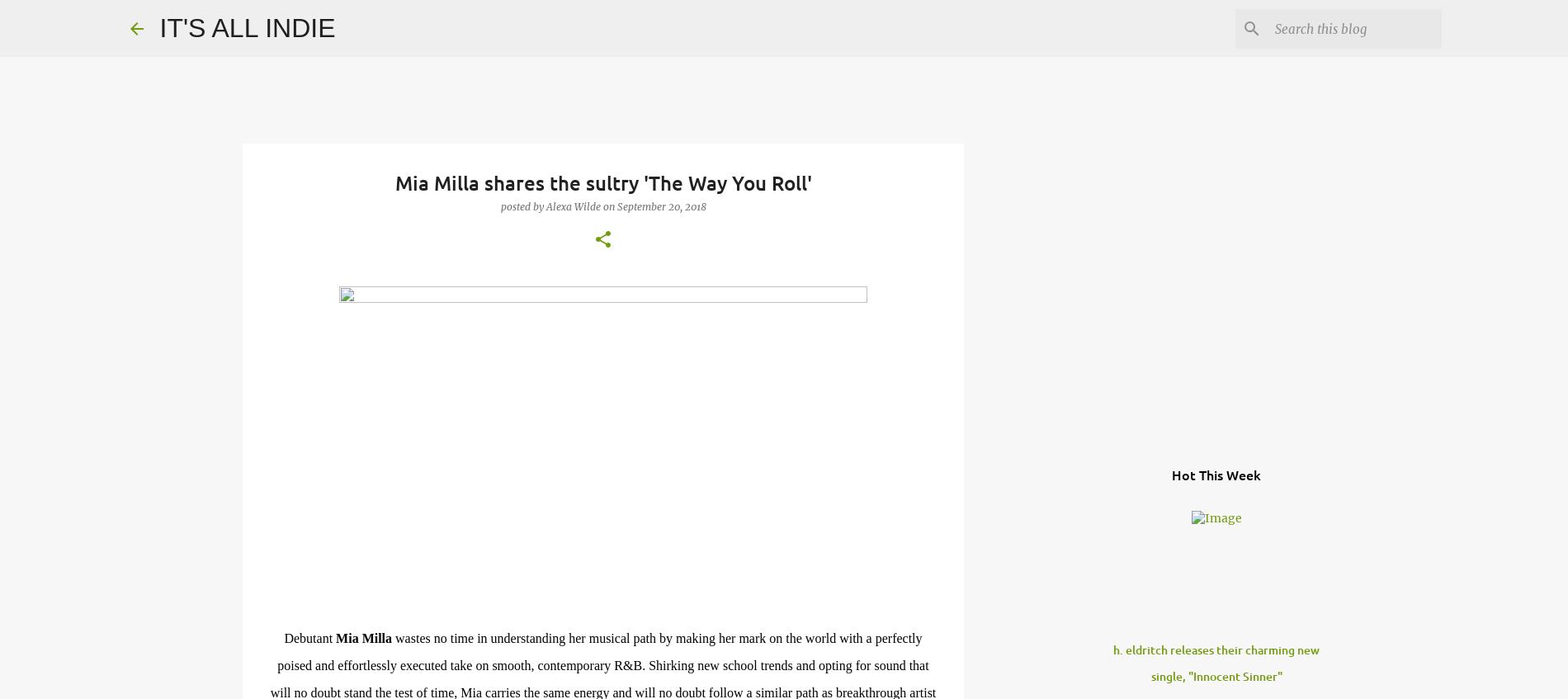 This screenshot has width=1568, height=699. I want to click on 'IT'S ALL INDIE', so click(159, 26).